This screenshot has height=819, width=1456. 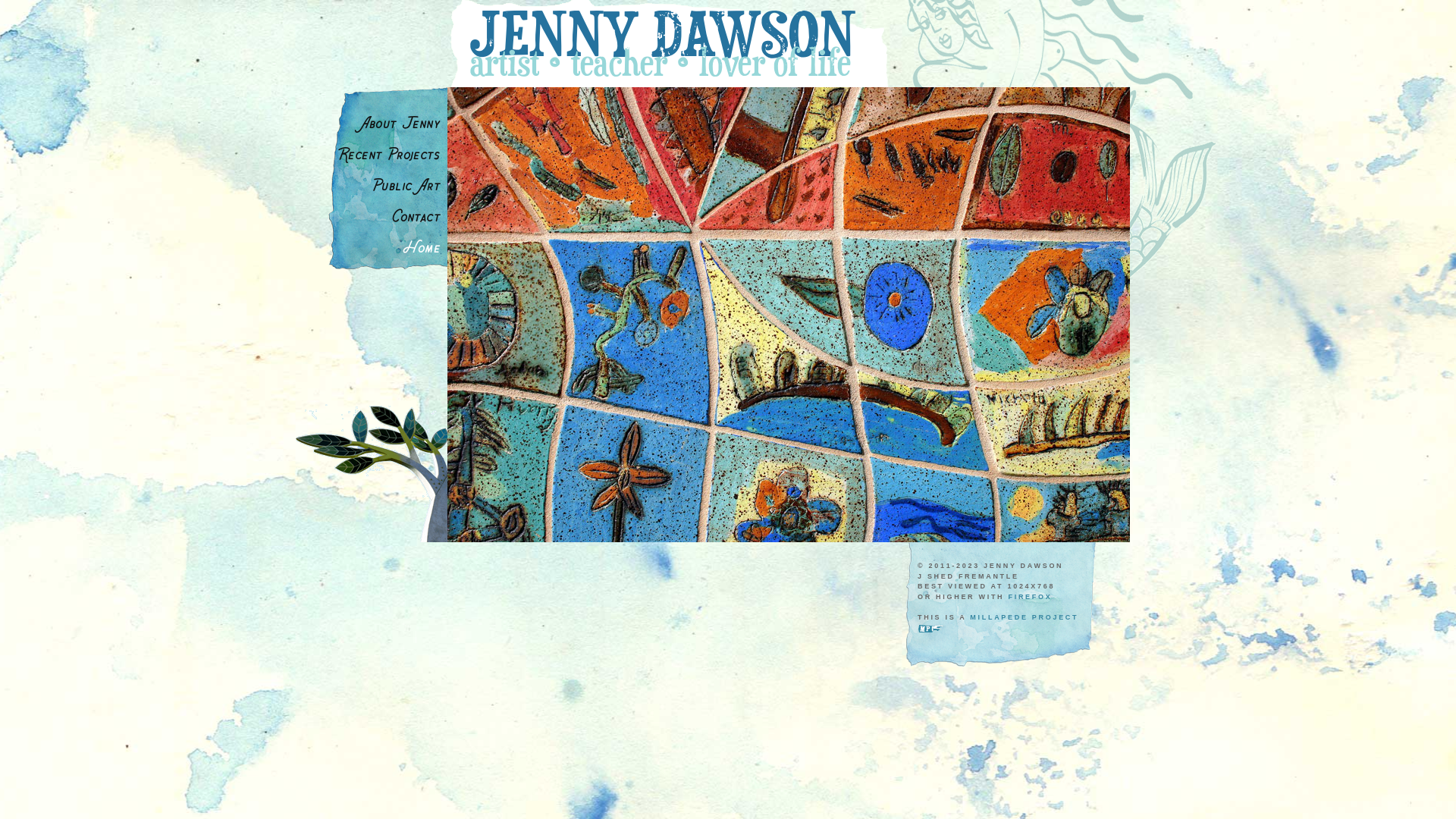 I want to click on 'FIREFOX', so click(x=1030, y=595).